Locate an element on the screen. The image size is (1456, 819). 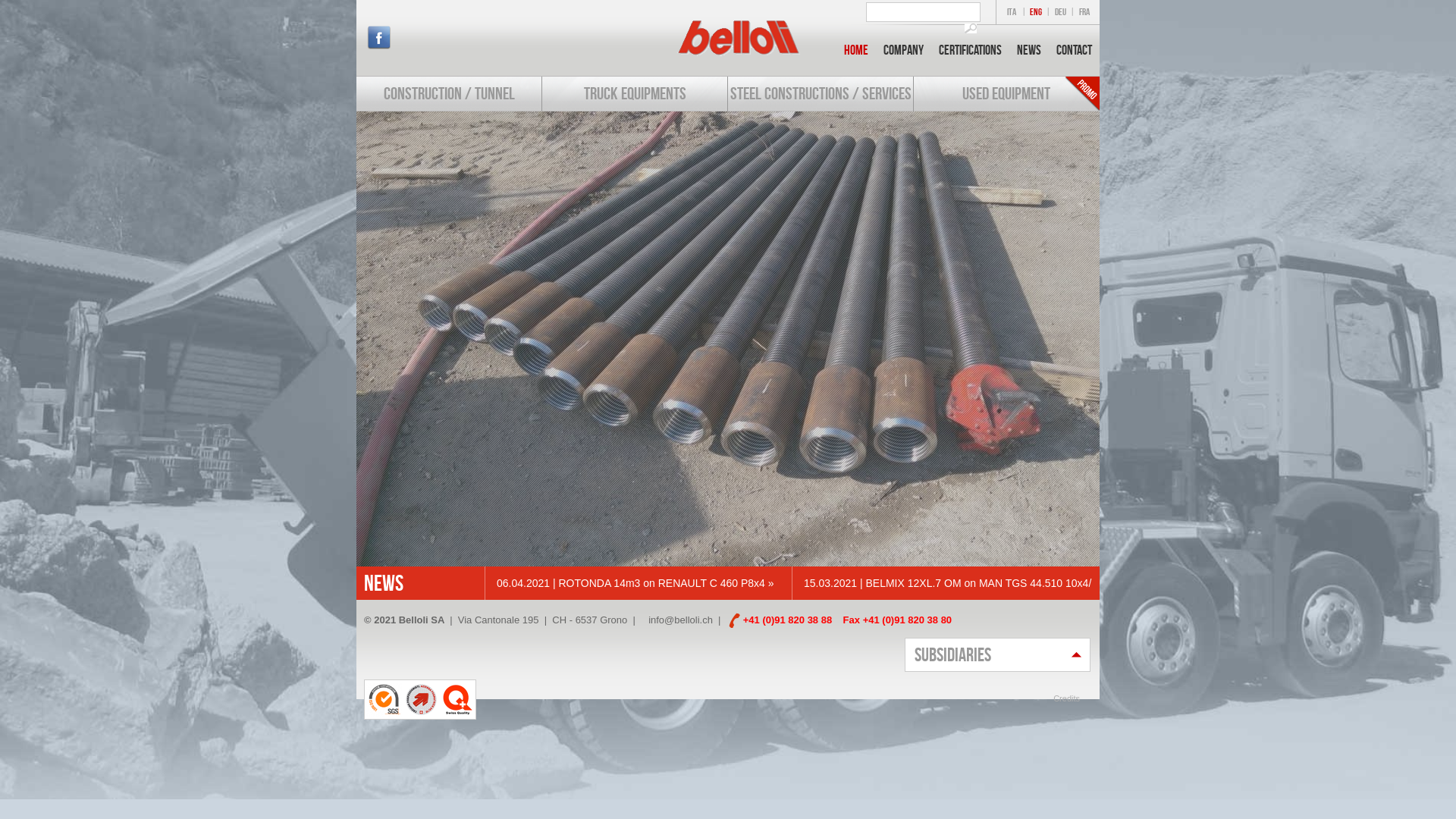
'FRA' is located at coordinates (1084, 11).